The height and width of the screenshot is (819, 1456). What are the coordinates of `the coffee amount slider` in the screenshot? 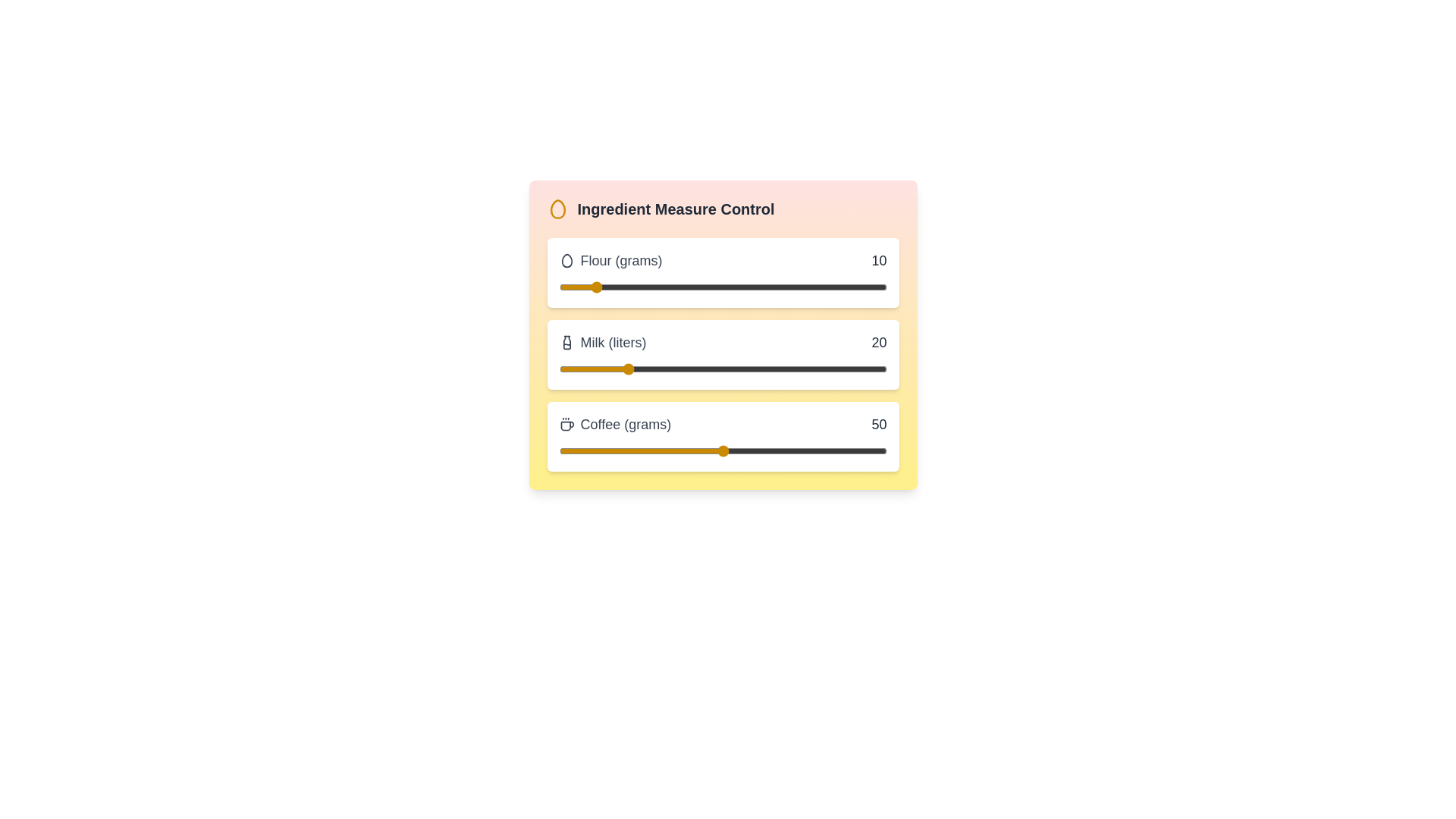 It's located at (742, 450).